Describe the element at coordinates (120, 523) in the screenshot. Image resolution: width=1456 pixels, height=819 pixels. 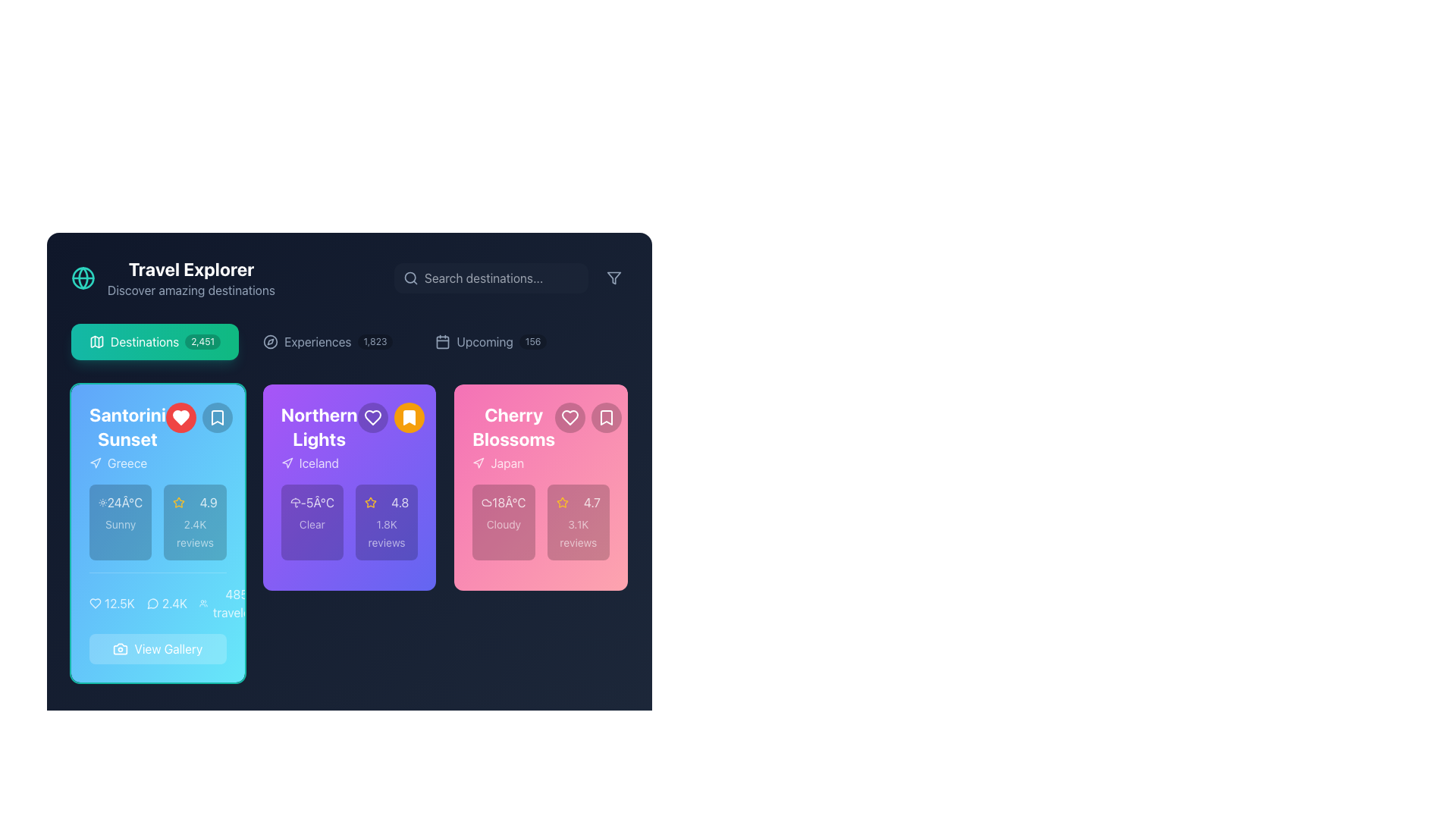
I see `the text label displaying 'Sunny' located below the temperature section ('24°C')` at that location.